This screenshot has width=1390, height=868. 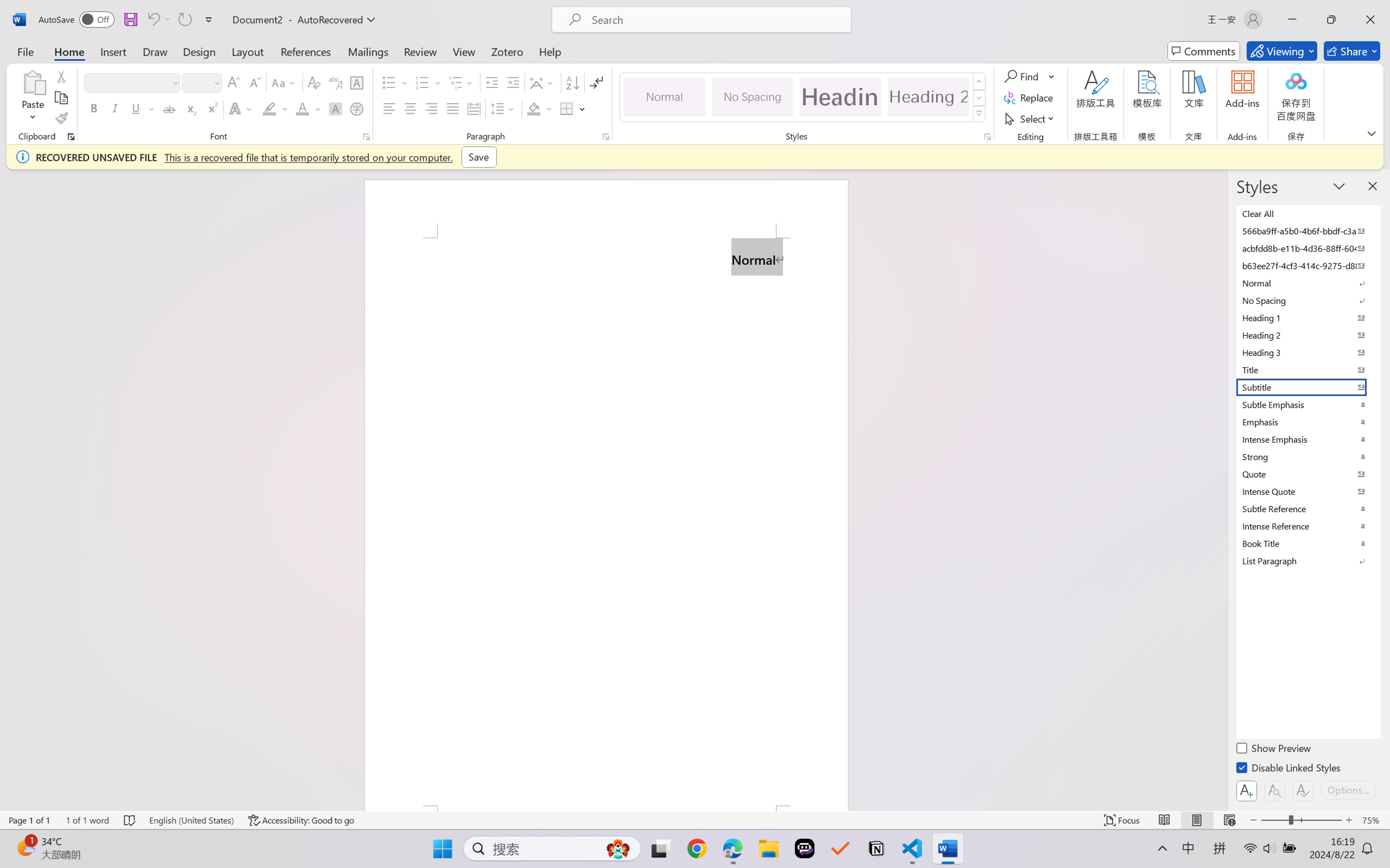 I want to click on 'Align Left', so click(x=389, y=108).